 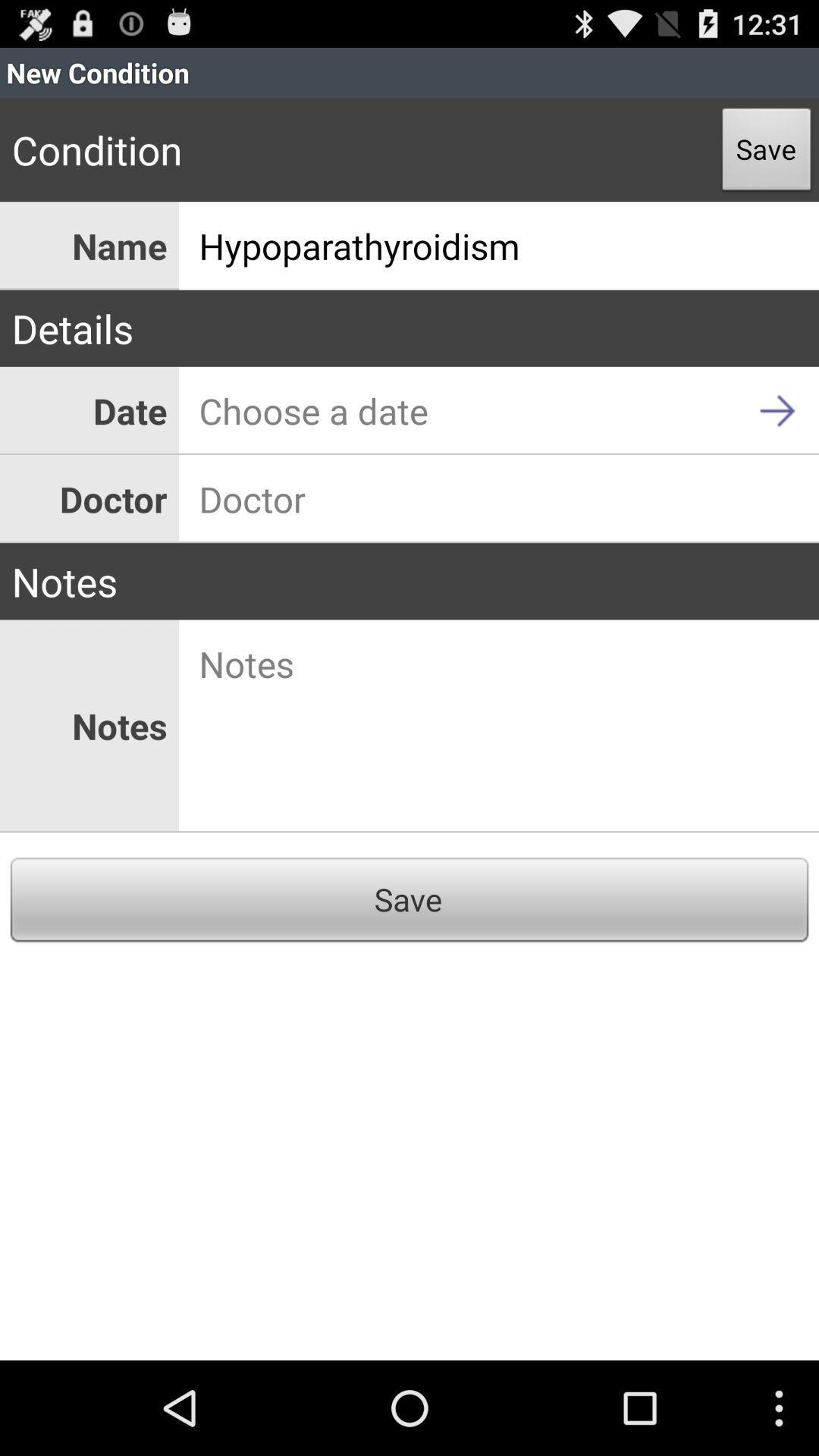 What do you see at coordinates (499, 499) in the screenshot?
I see `fill this field` at bounding box center [499, 499].